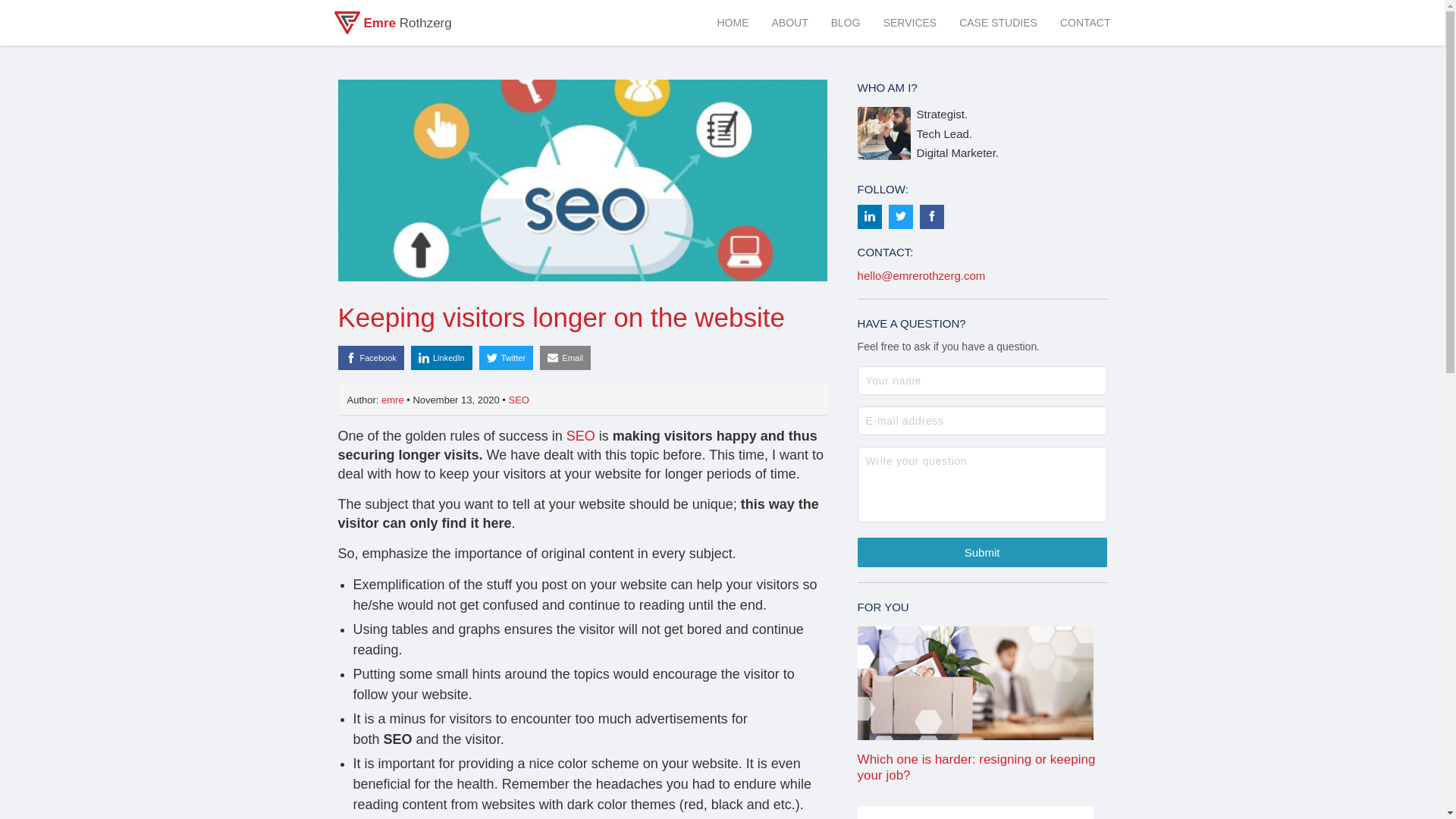 The width and height of the screenshot is (1456, 819). I want to click on 'hello@emrerothzerg.com', so click(921, 275).